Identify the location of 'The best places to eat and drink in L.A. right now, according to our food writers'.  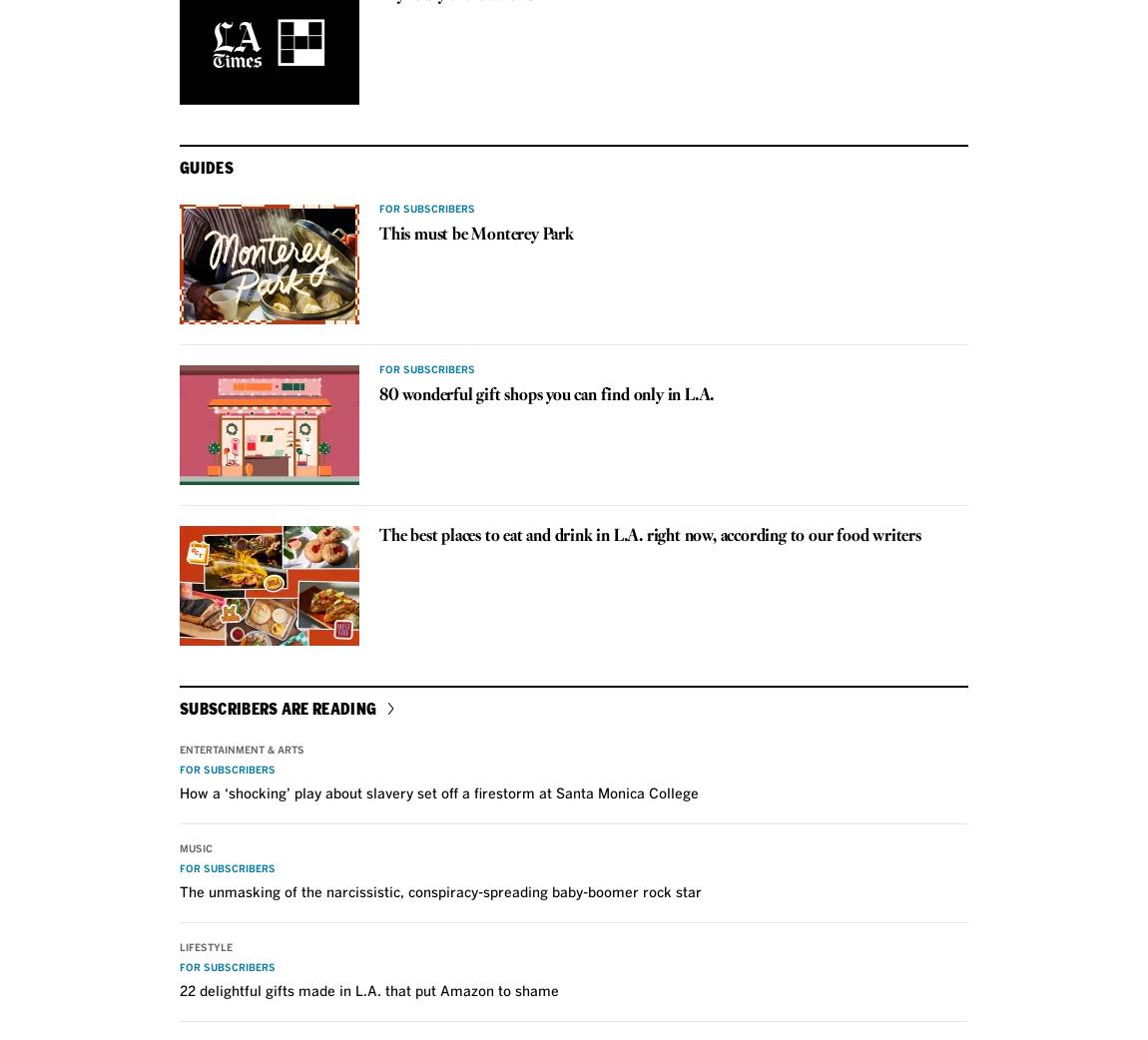
(649, 534).